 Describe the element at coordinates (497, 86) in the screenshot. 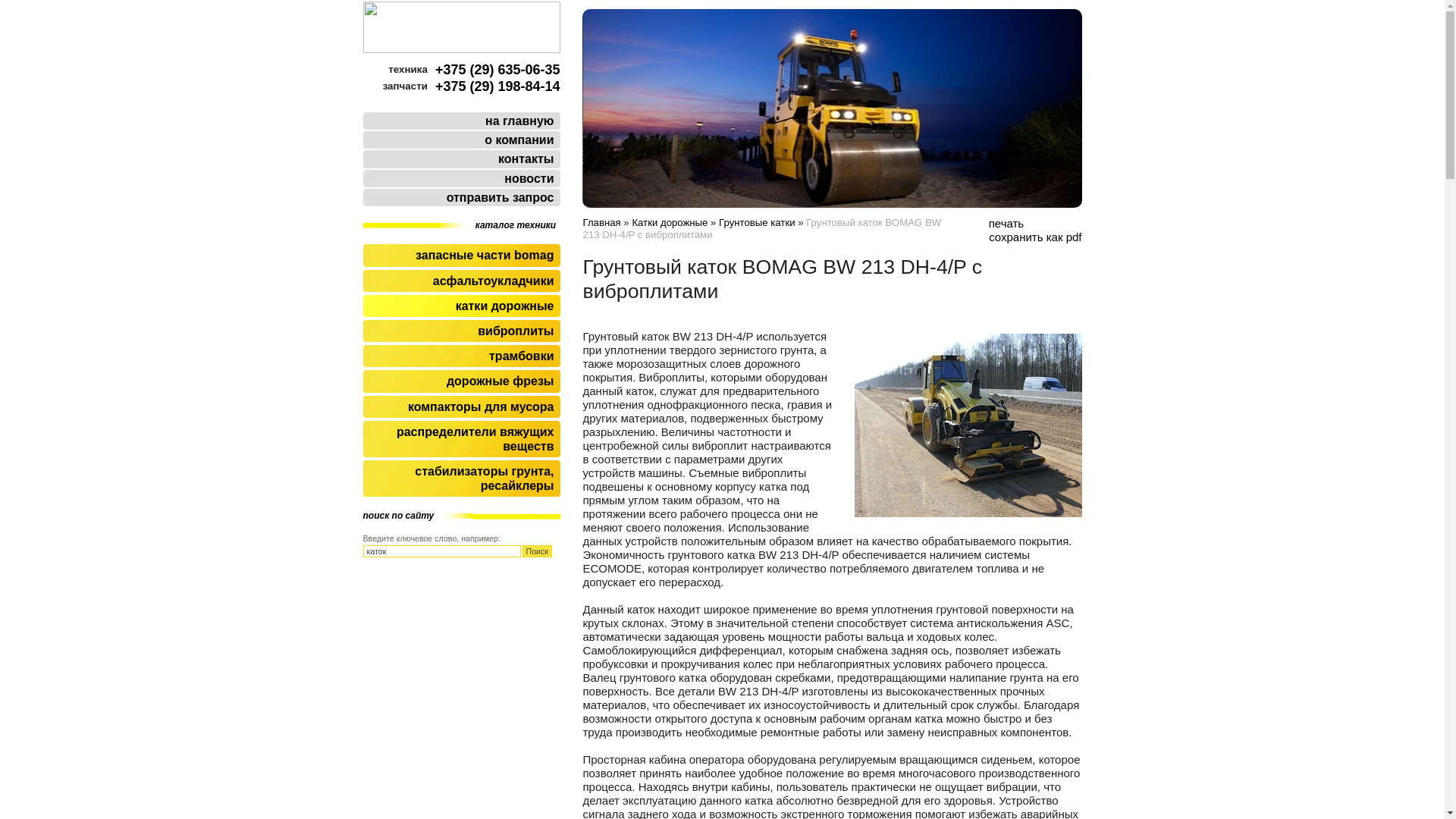

I see `'+375 (29) 198-84-14'` at that location.